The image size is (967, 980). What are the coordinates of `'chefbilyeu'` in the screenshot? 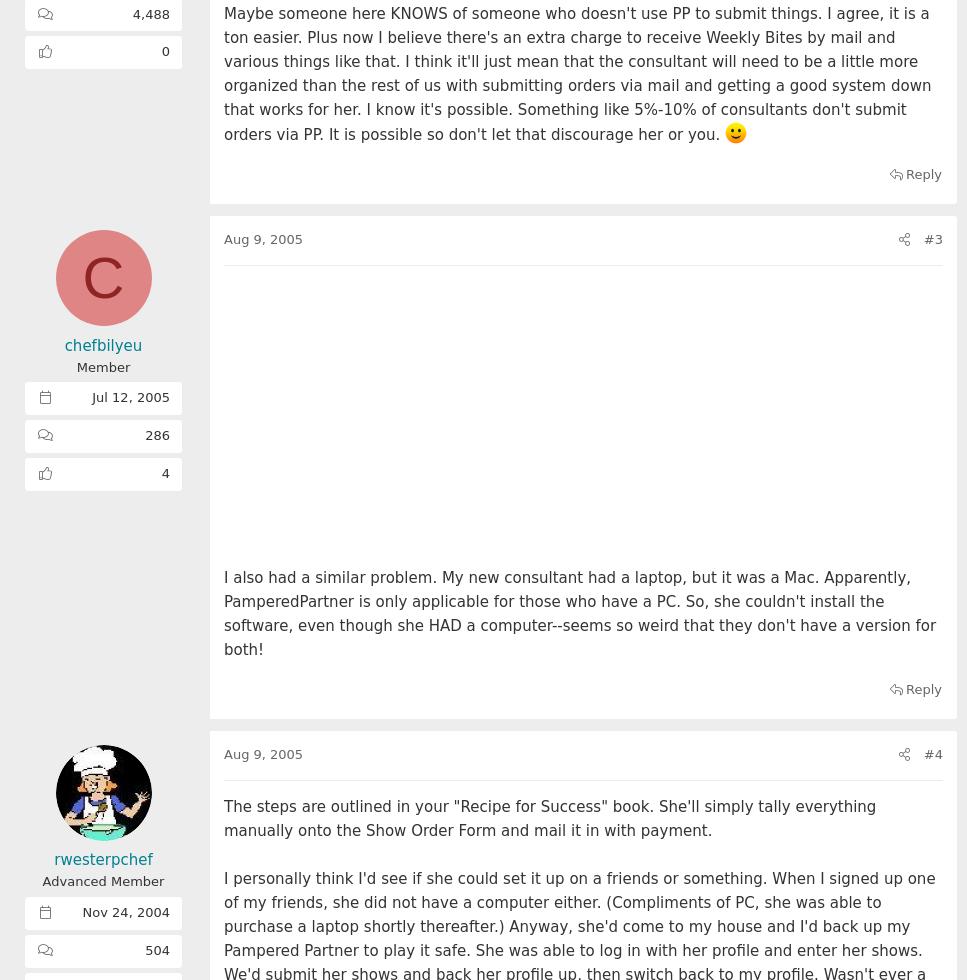 It's located at (102, 344).